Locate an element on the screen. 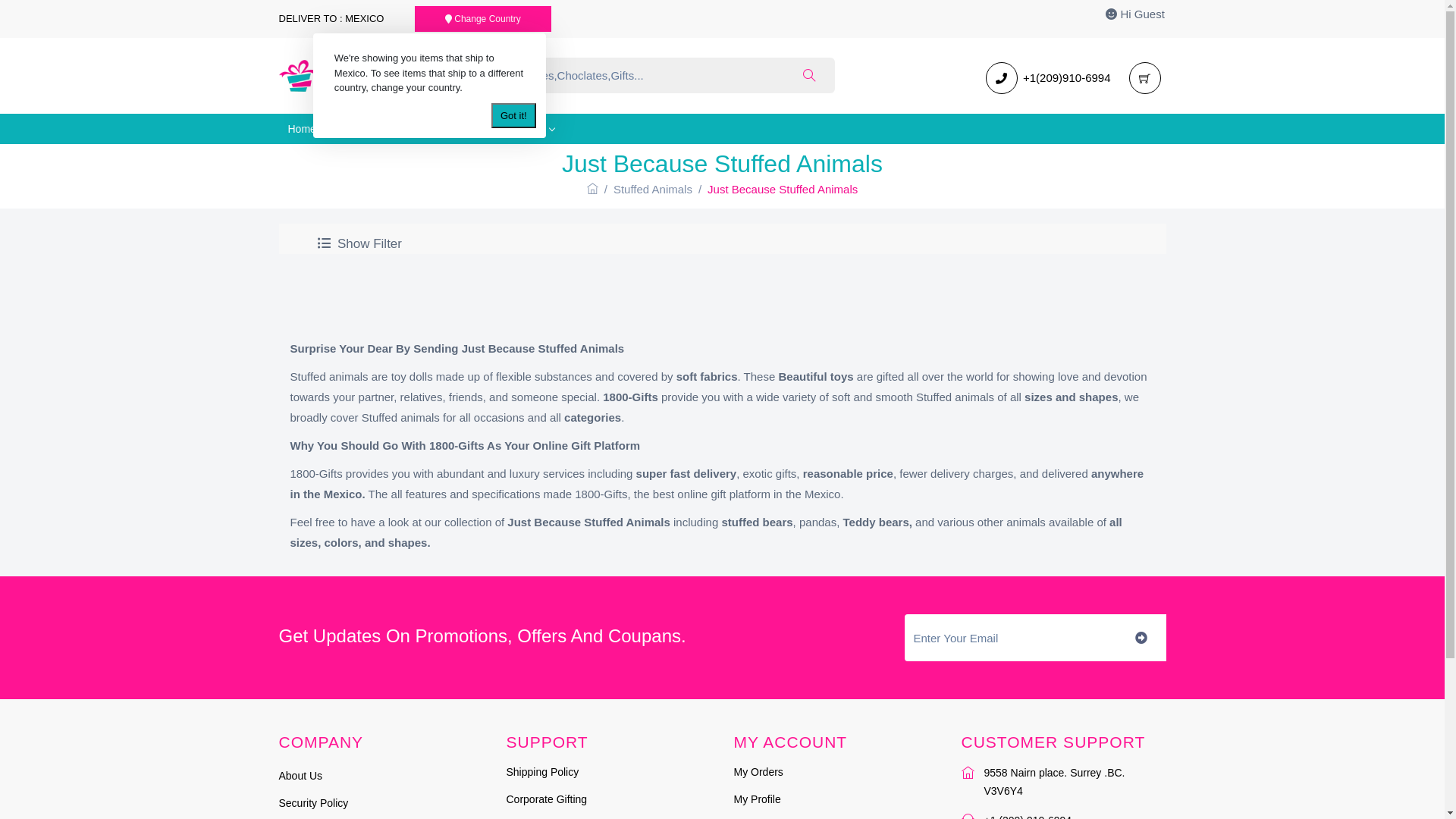  'Corporate Gifting' is located at coordinates (546, 798).